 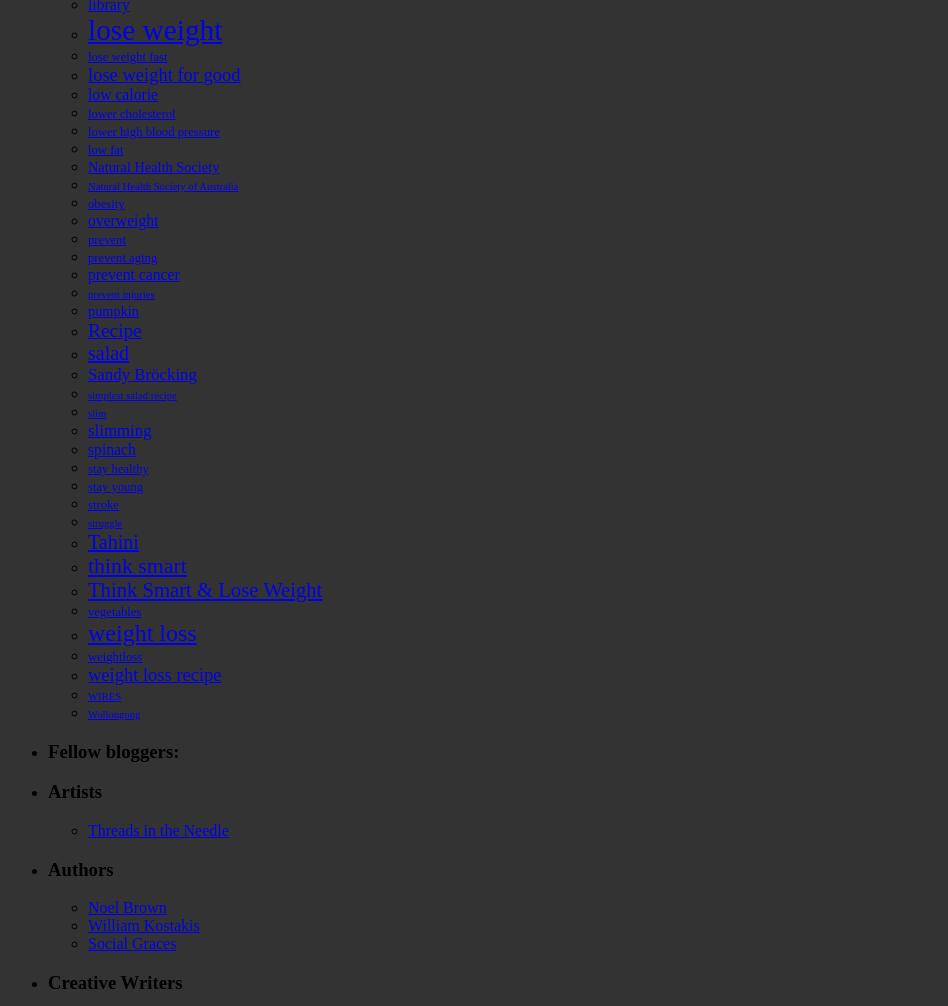 I want to click on 'lower cholesterol', so click(x=130, y=112).